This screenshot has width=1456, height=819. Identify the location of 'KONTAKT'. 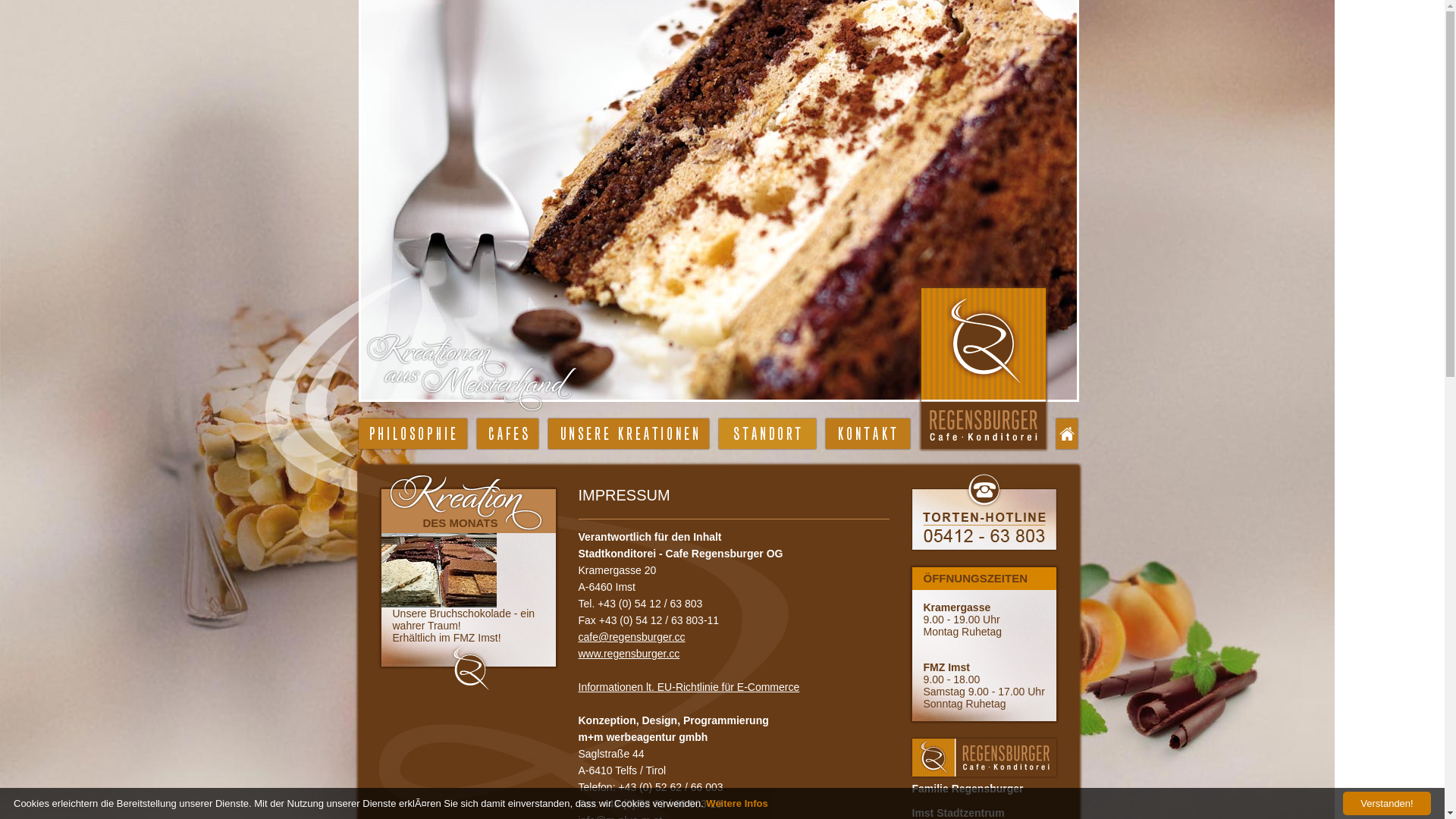
(867, 433).